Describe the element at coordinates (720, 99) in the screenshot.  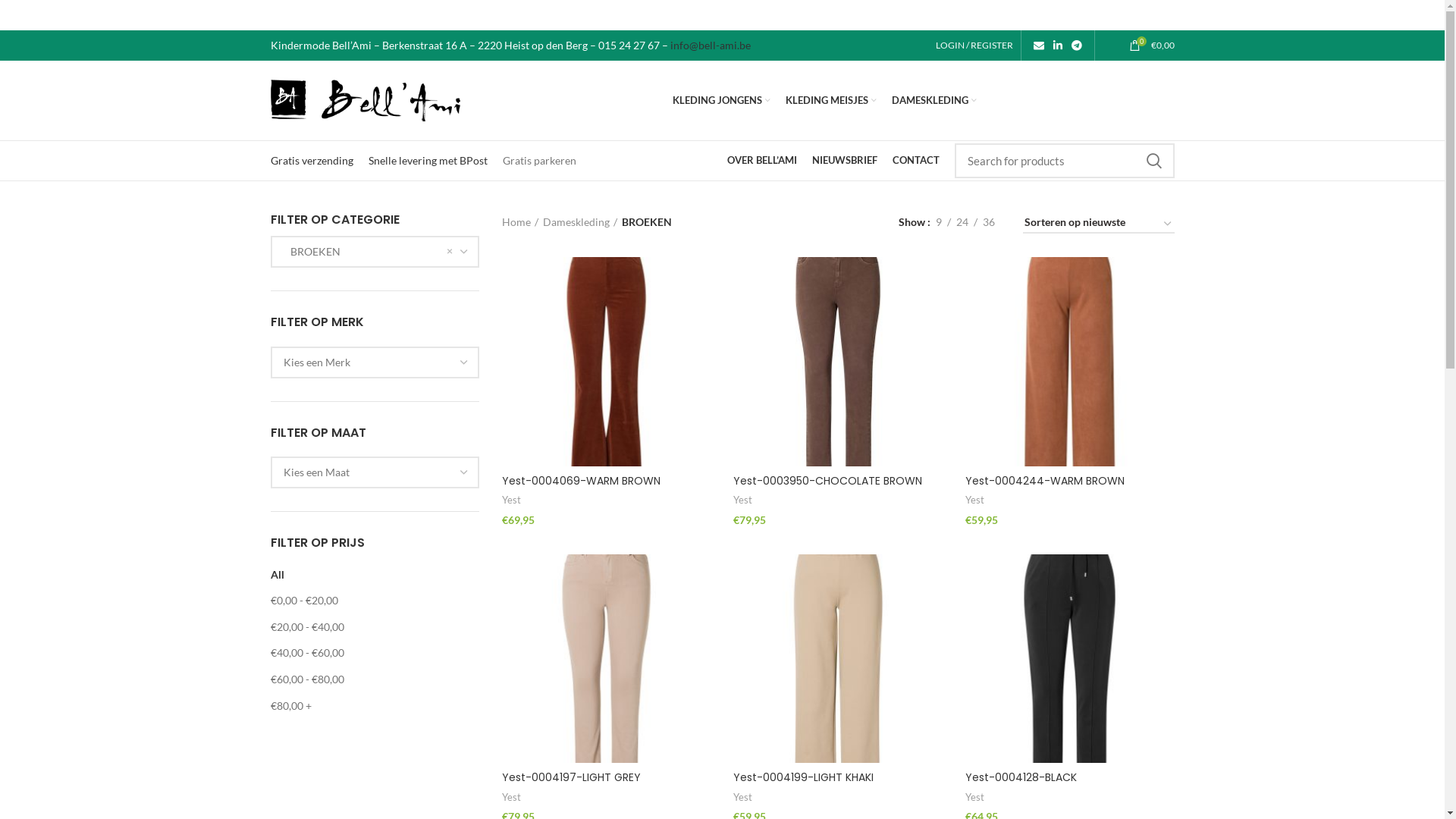
I see `'KLEDING JONGENS'` at that location.